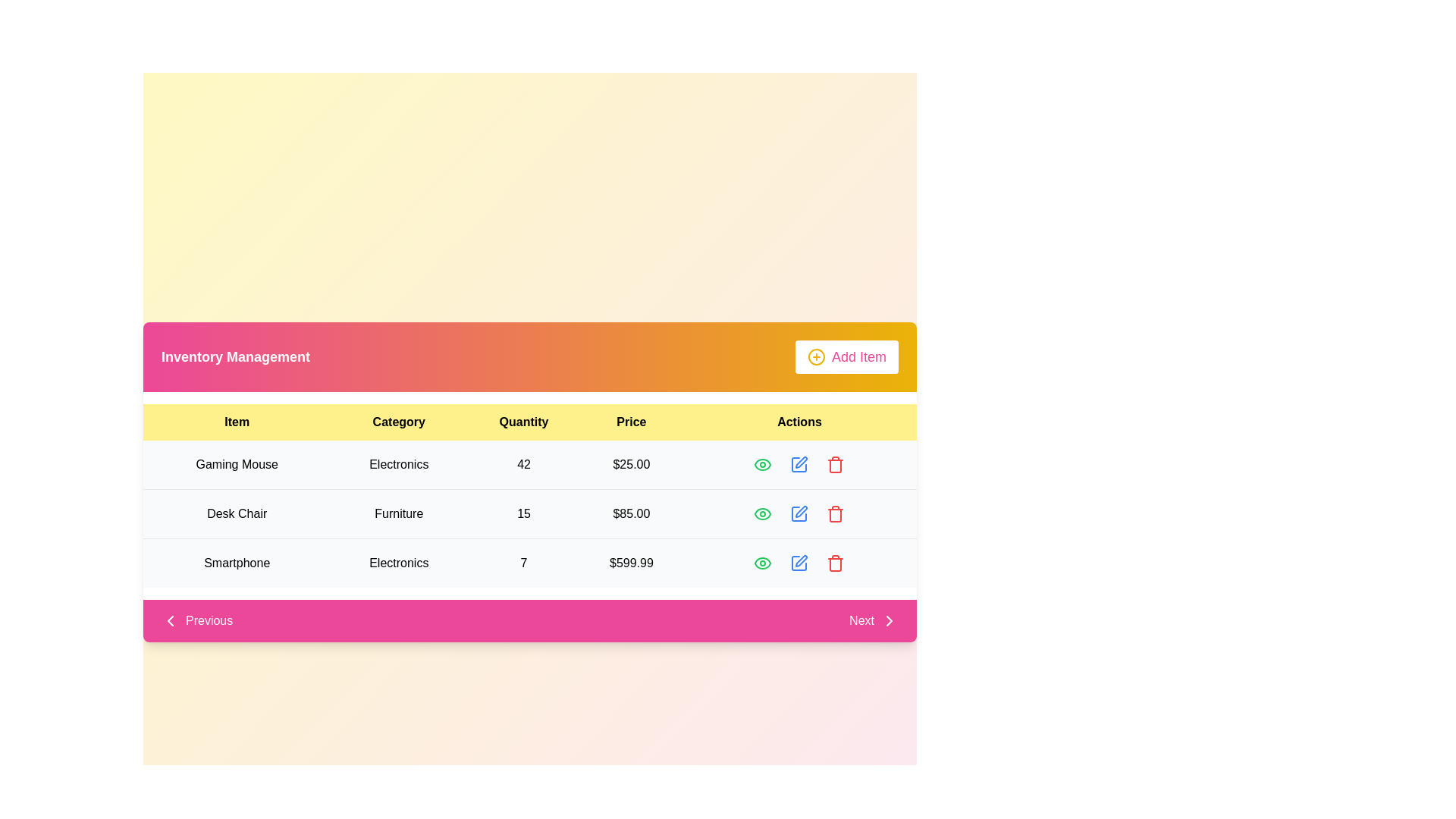  What do you see at coordinates (799, 513) in the screenshot?
I see `the edit icon button shaped like a pen located in the 'Actions' column of the second row to initiate the edit action for the respective entry` at bounding box center [799, 513].